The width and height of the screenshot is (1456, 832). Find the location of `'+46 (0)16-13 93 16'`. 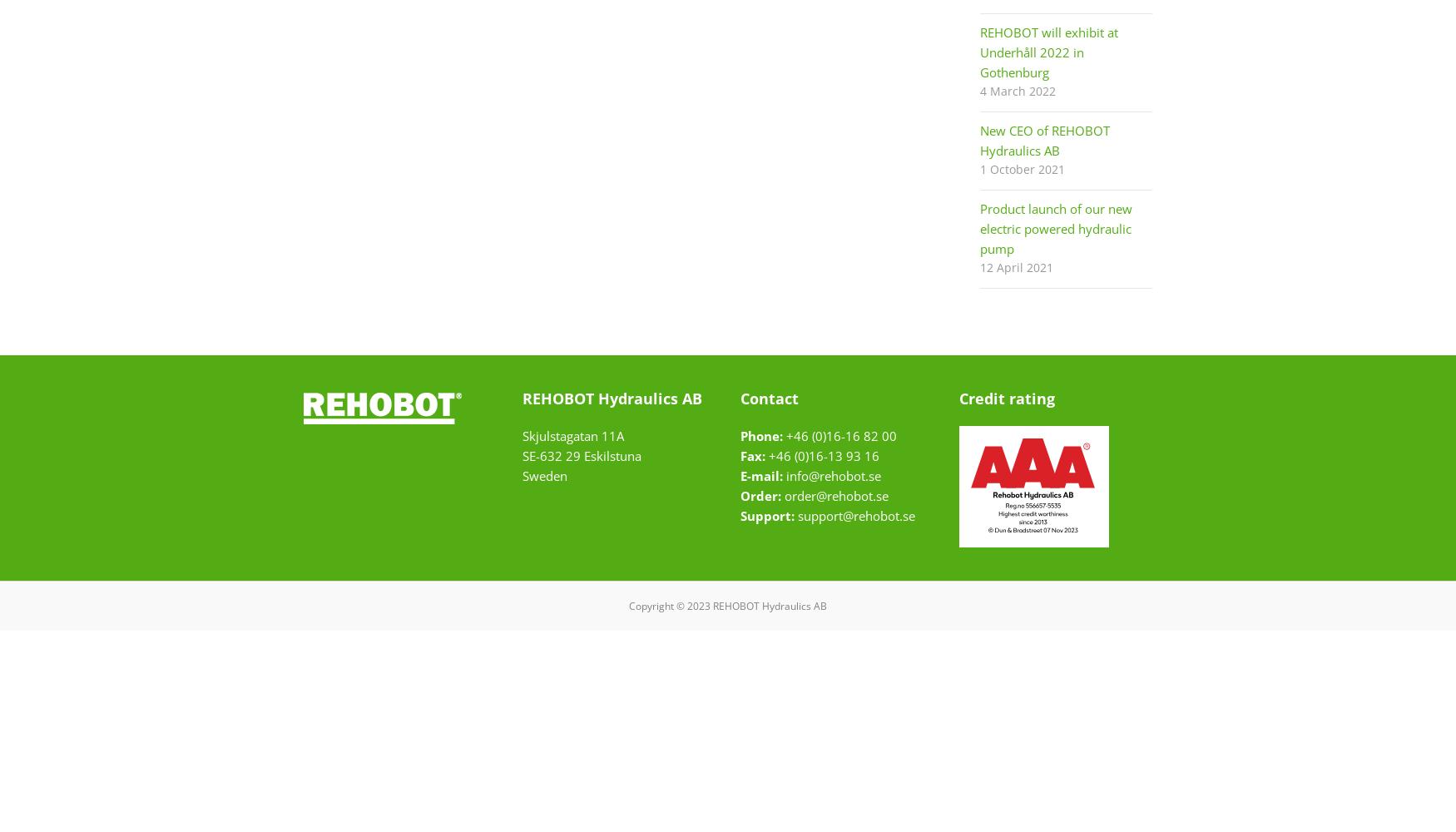

'+46 (0)16-13 93 16' is located at coordinates (822, 456).